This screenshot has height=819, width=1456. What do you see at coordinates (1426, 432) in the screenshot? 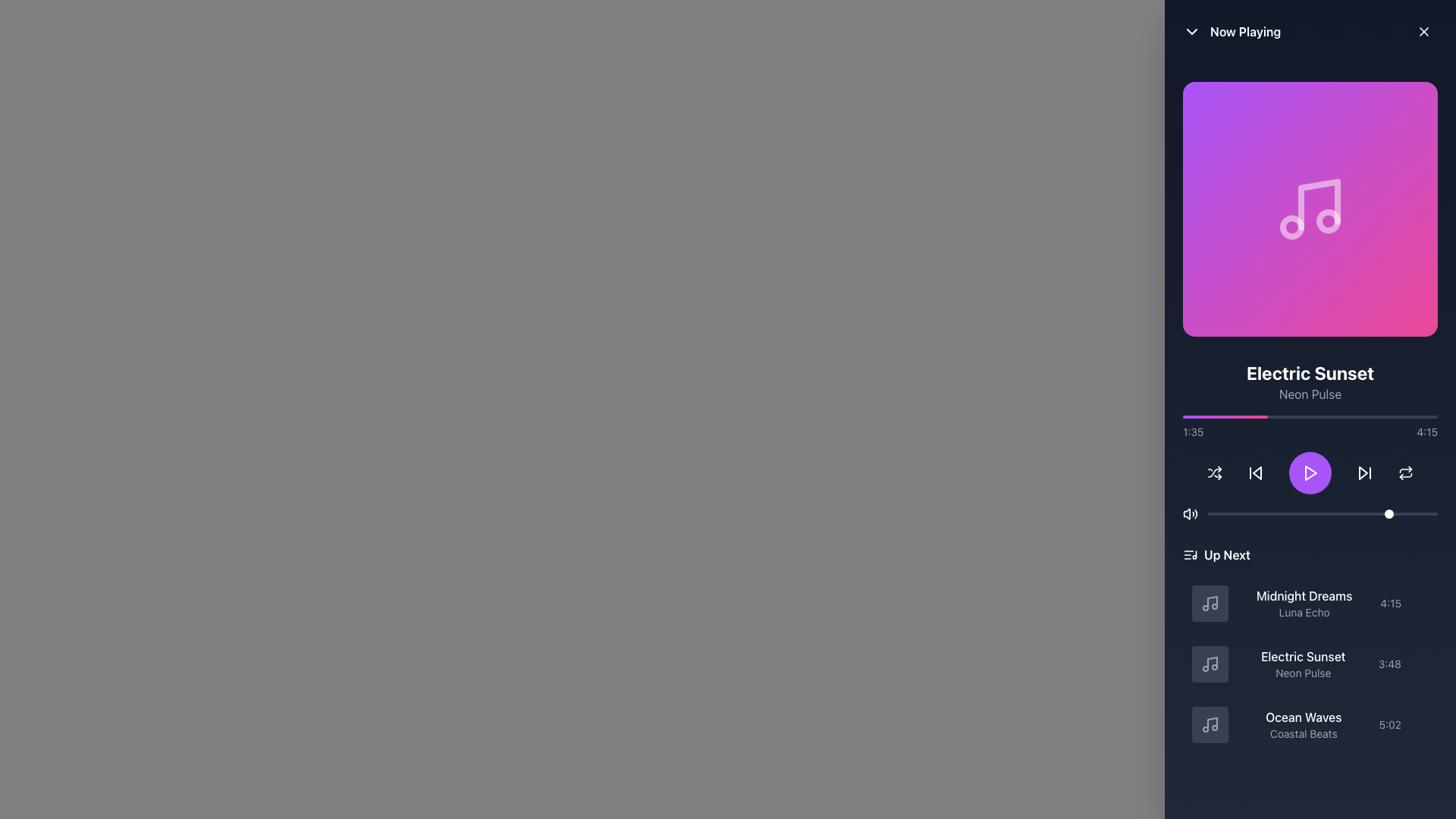
I see `the text label displaying '4:15' located in the bottom-right corner of the media player interface, which is positioned immediately to the right of a horizontal progress bar` at bounding box center [1426, 432].